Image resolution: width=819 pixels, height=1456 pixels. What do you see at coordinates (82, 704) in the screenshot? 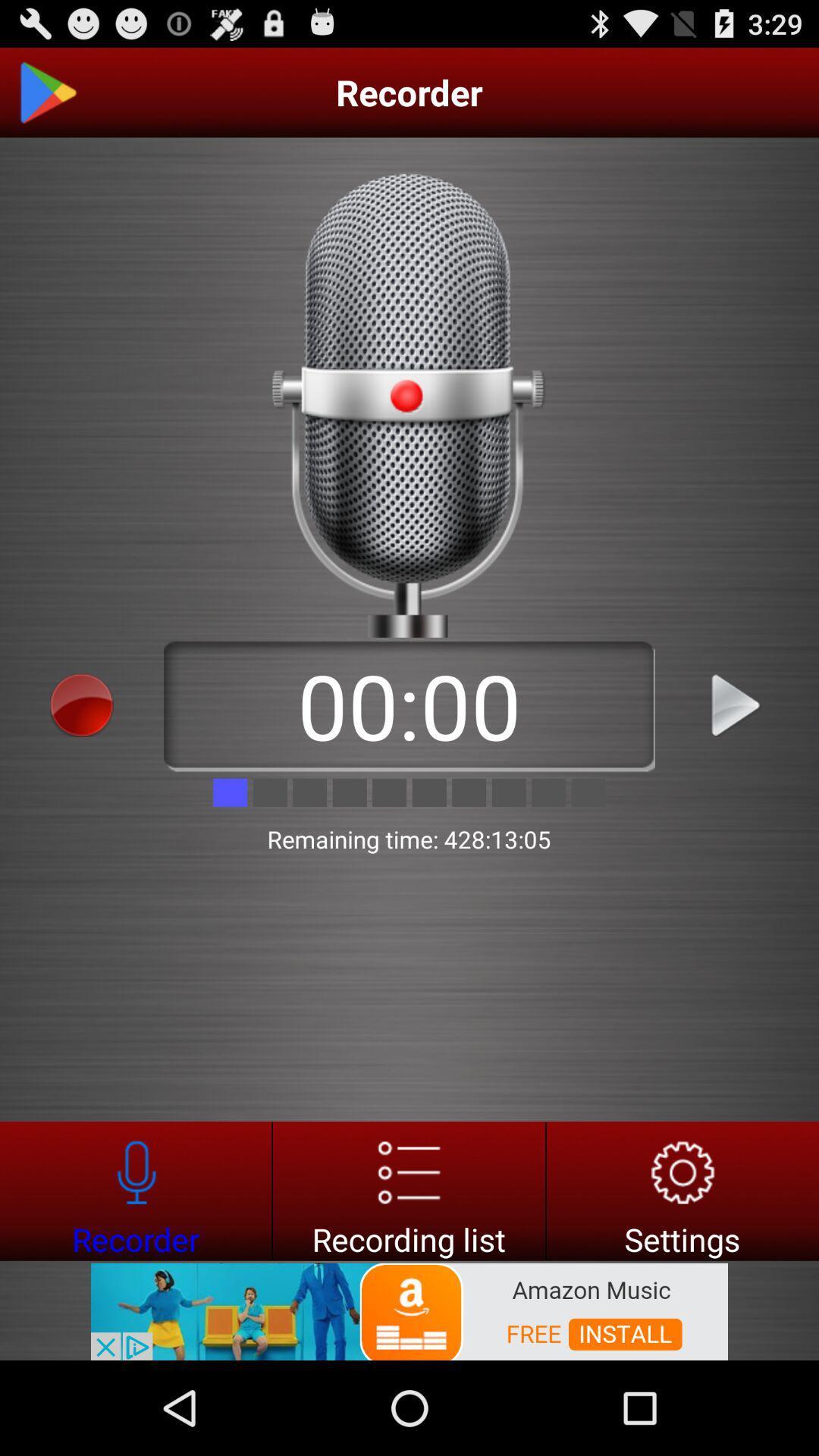
I see `record options` at bounding box center [82, 704].